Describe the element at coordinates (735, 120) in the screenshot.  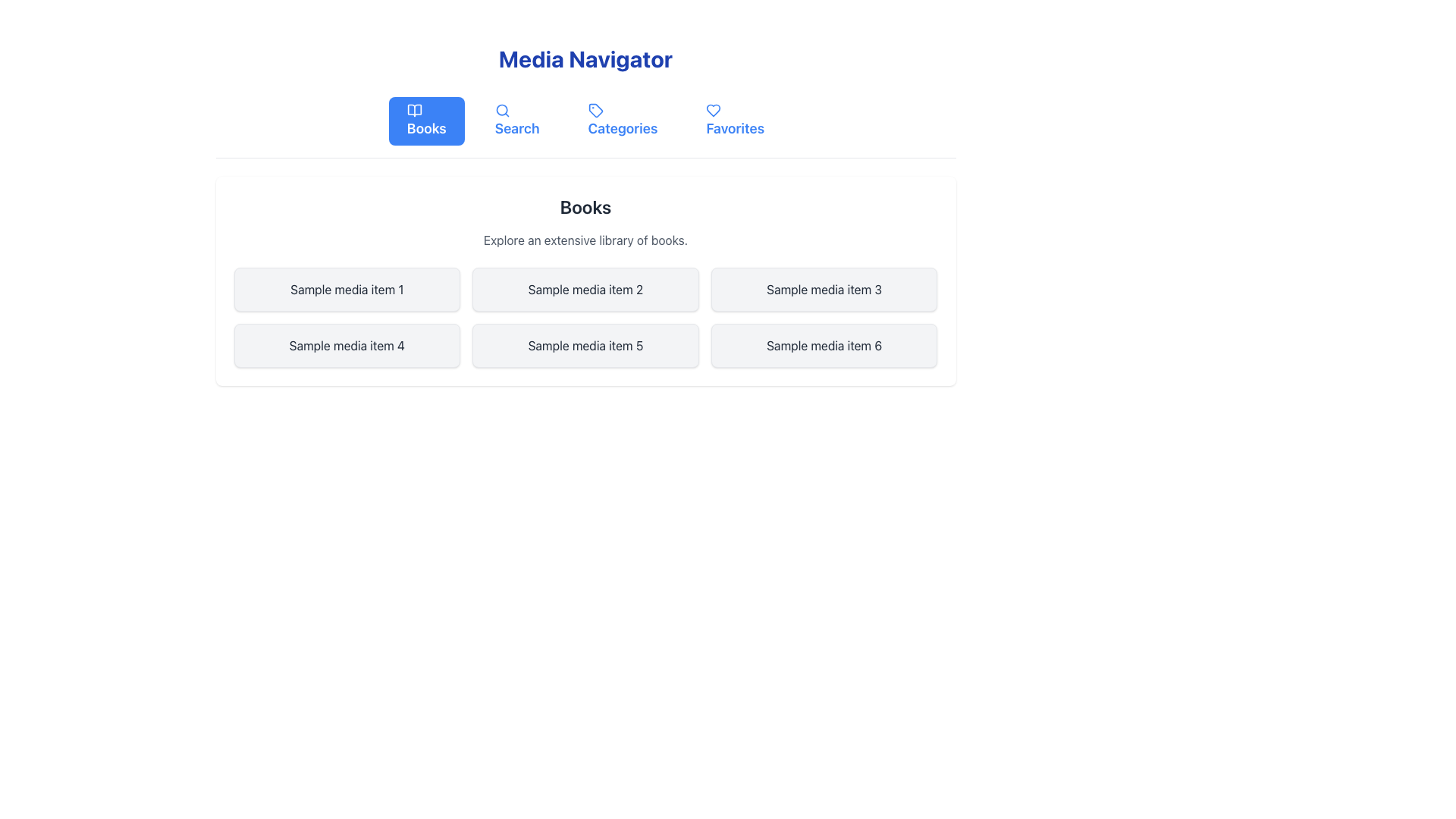
I see `the 'Favorites' button, which is the fourth item in the navigation bar and features a blue label with a heart icon` at that location.